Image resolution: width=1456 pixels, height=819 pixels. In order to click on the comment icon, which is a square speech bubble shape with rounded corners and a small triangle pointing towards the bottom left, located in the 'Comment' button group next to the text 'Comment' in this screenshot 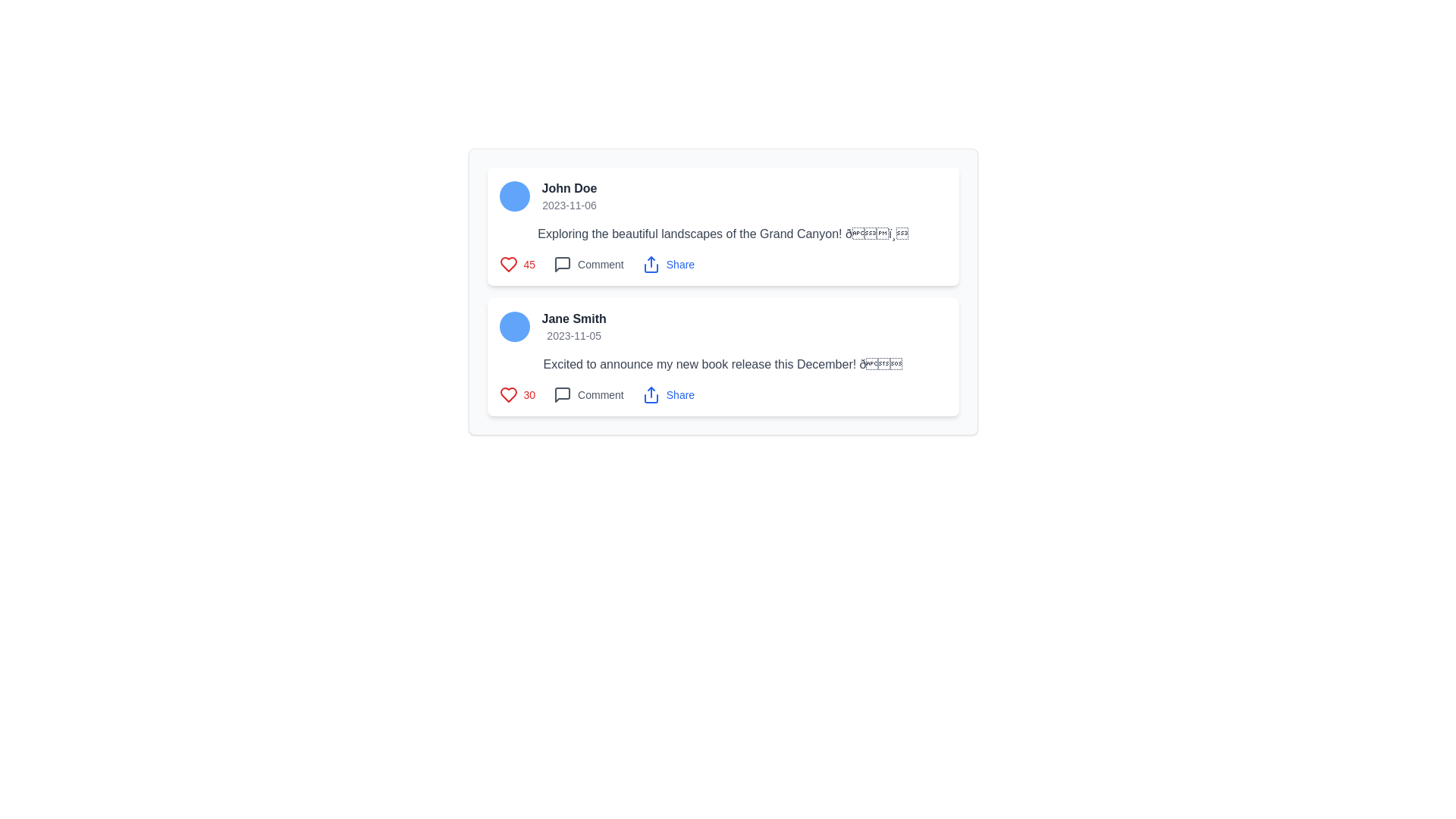, I will do `click(562, 263)`.